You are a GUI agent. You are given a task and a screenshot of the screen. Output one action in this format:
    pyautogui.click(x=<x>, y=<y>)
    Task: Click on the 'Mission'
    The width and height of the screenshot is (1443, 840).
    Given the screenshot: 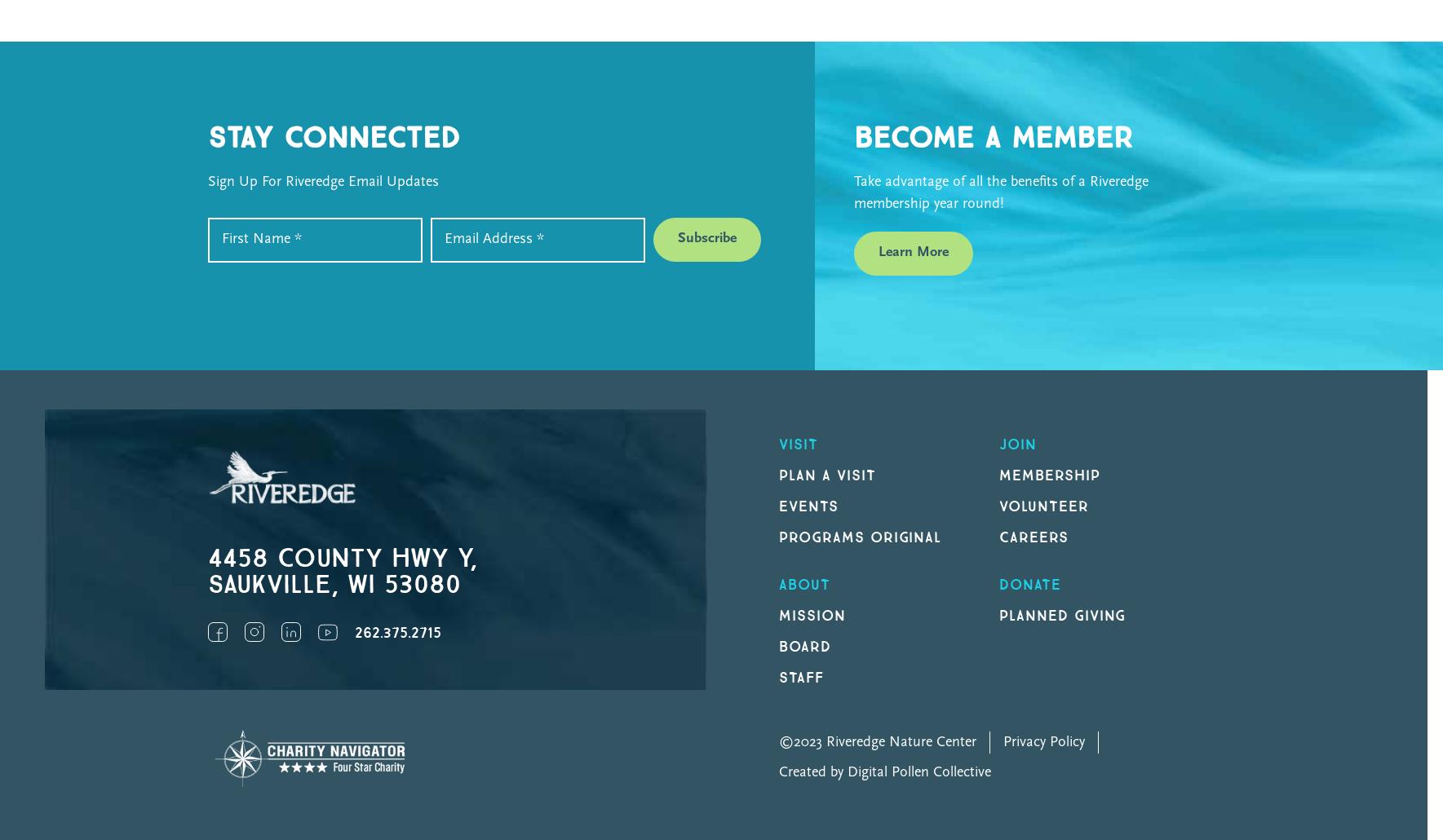 What is the action you would take?
    pyautogui.click(x=812, y=615)
    